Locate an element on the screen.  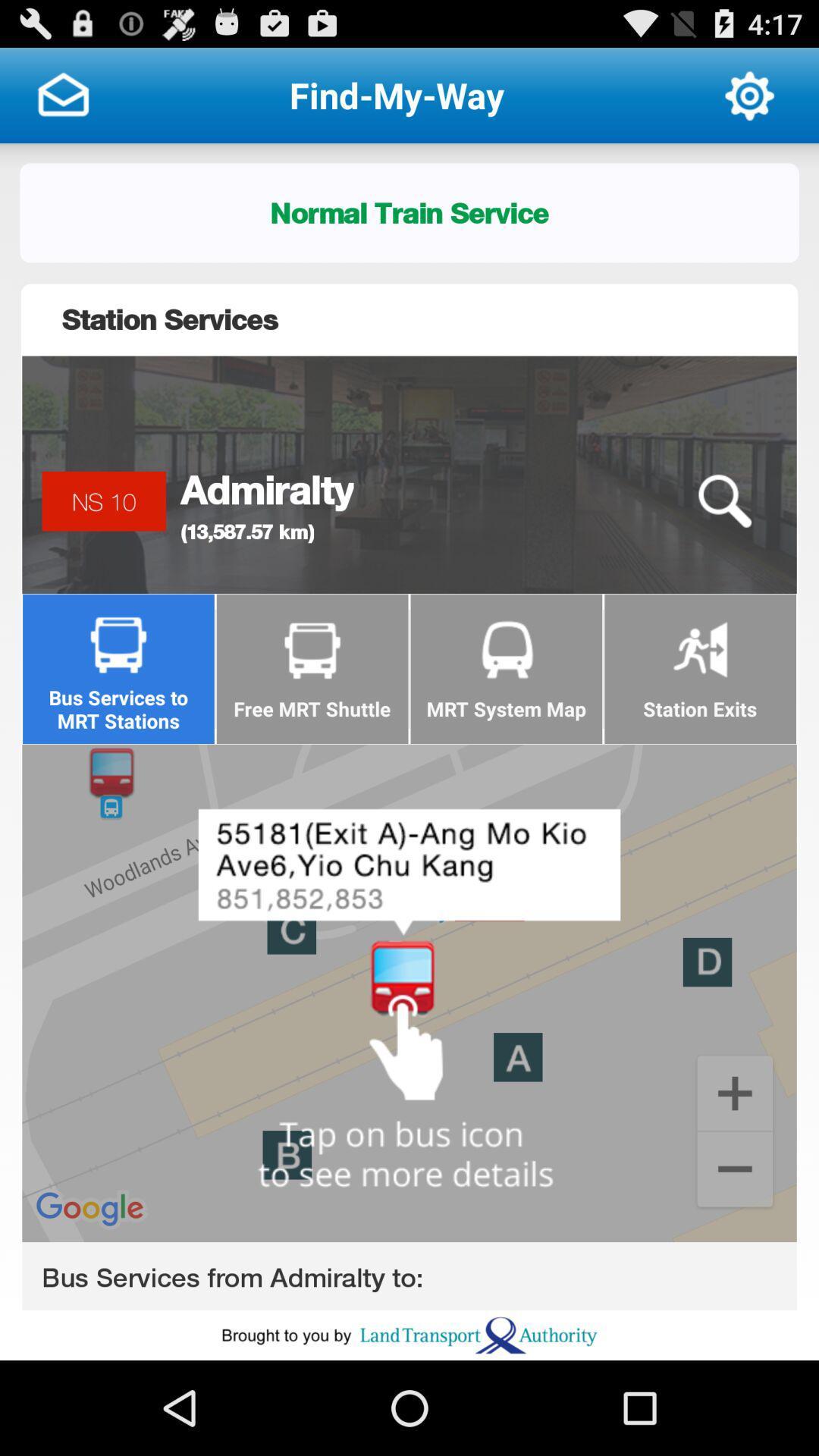
the search icon is located at coordinates (723, 536).